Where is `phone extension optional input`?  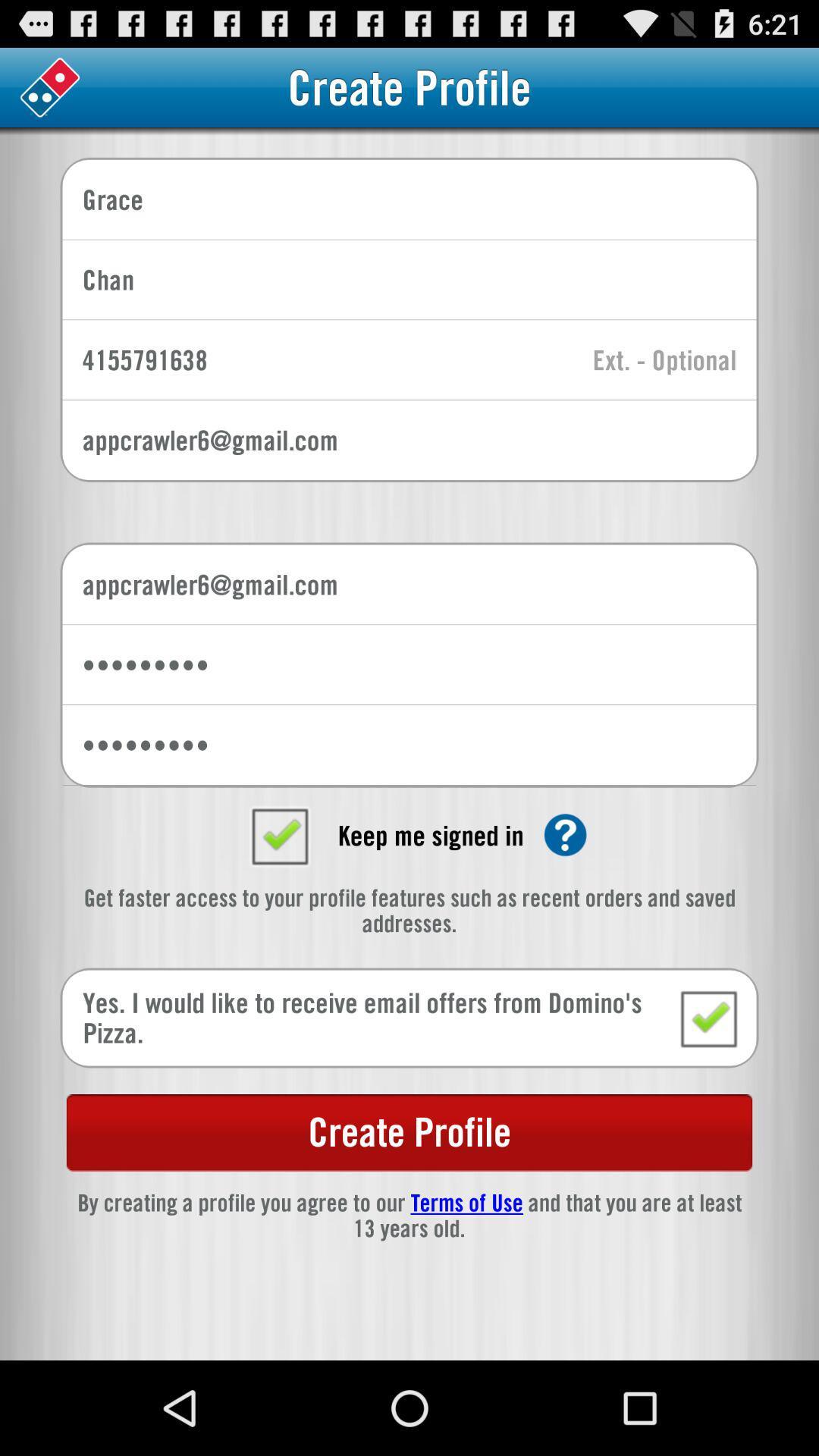 phone extension optional input is located at coordinates (664, 360).